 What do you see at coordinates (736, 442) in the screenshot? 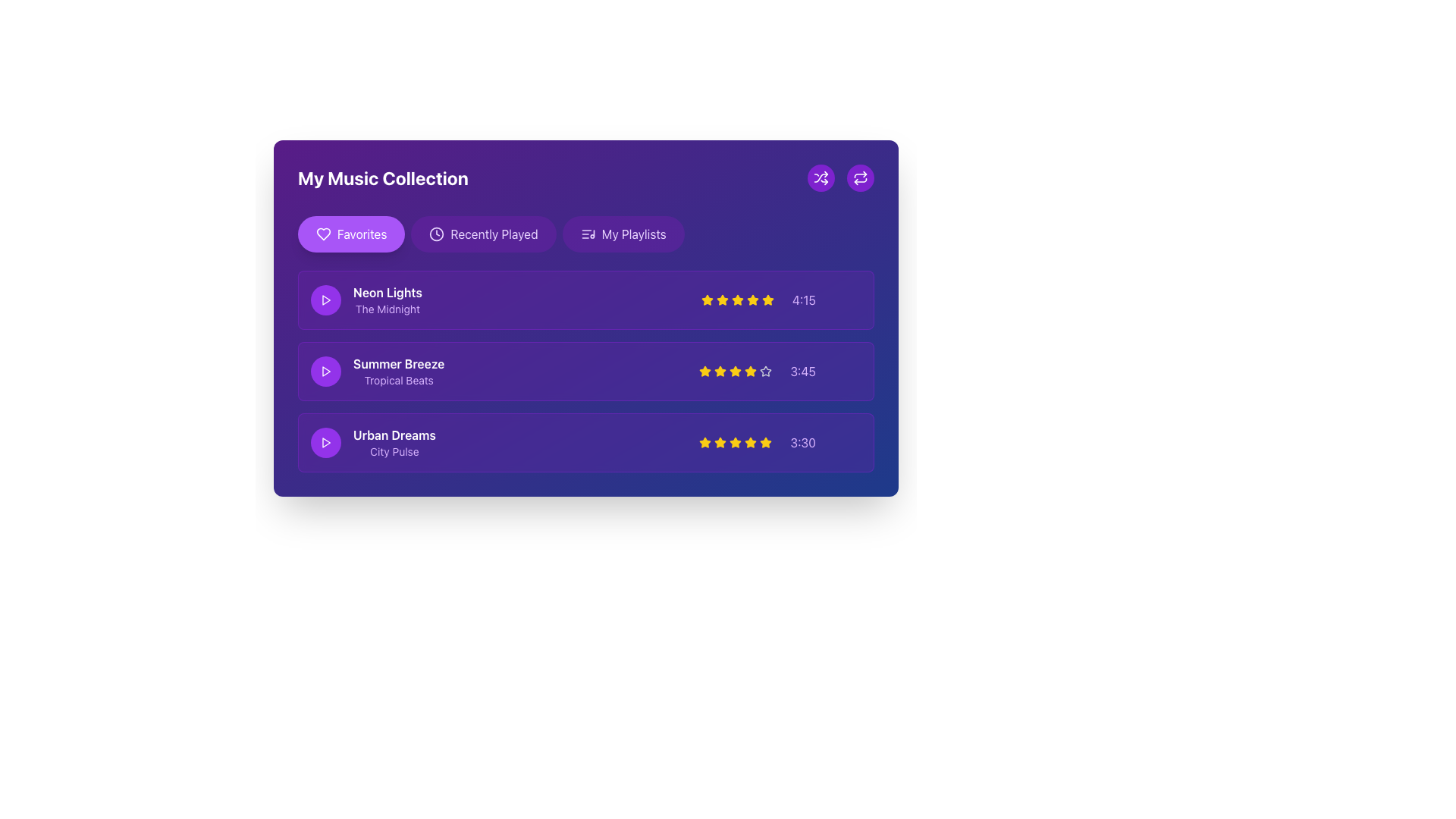
I see `the fourth star icon used for rating, located to the right of the text 'Urban Dreams' in the third row of the song titles table` at bounding box center [736, 442].